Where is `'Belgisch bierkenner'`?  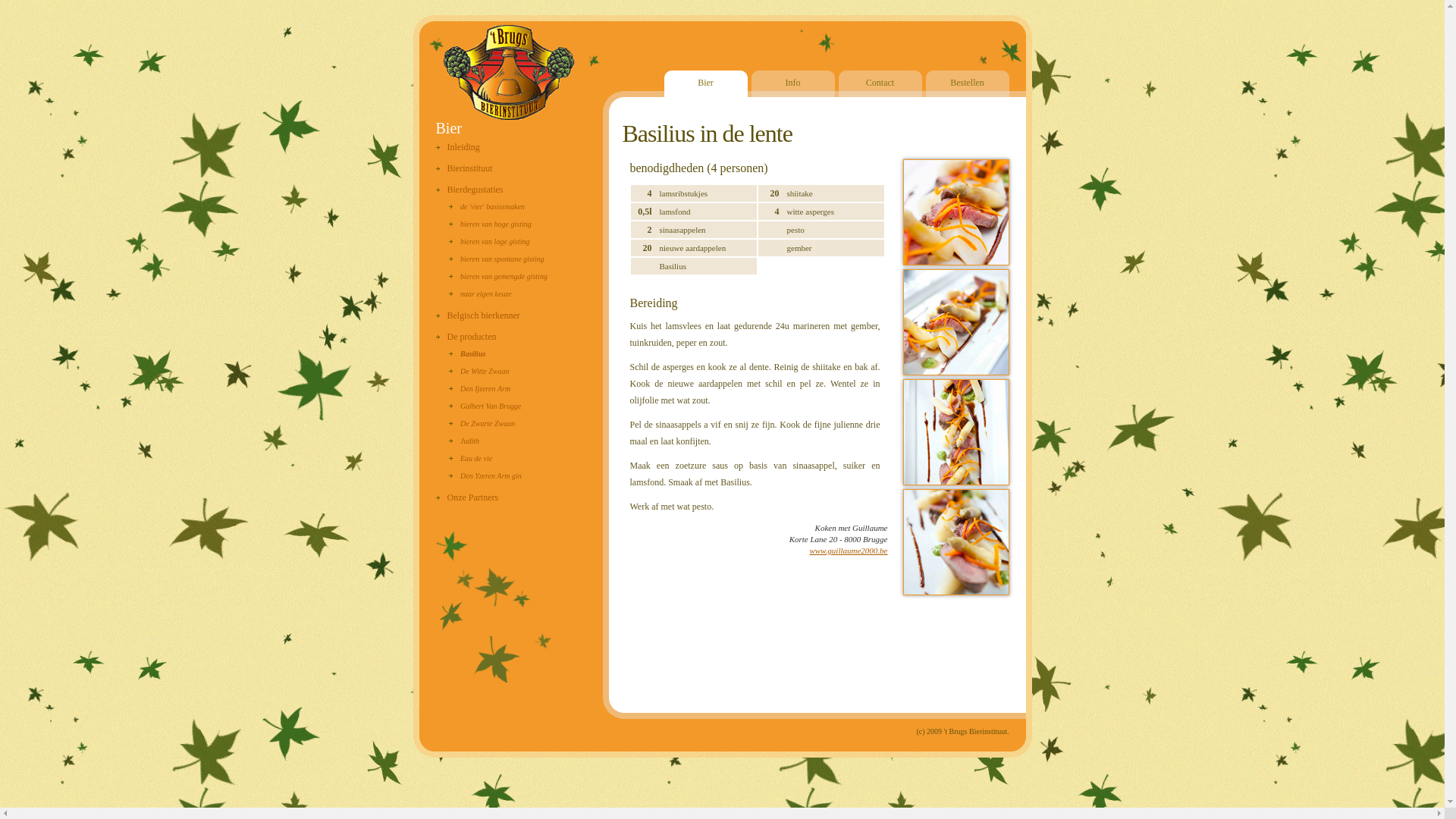 'Belgisch bierkenner' is located at coordinates (476, 315).